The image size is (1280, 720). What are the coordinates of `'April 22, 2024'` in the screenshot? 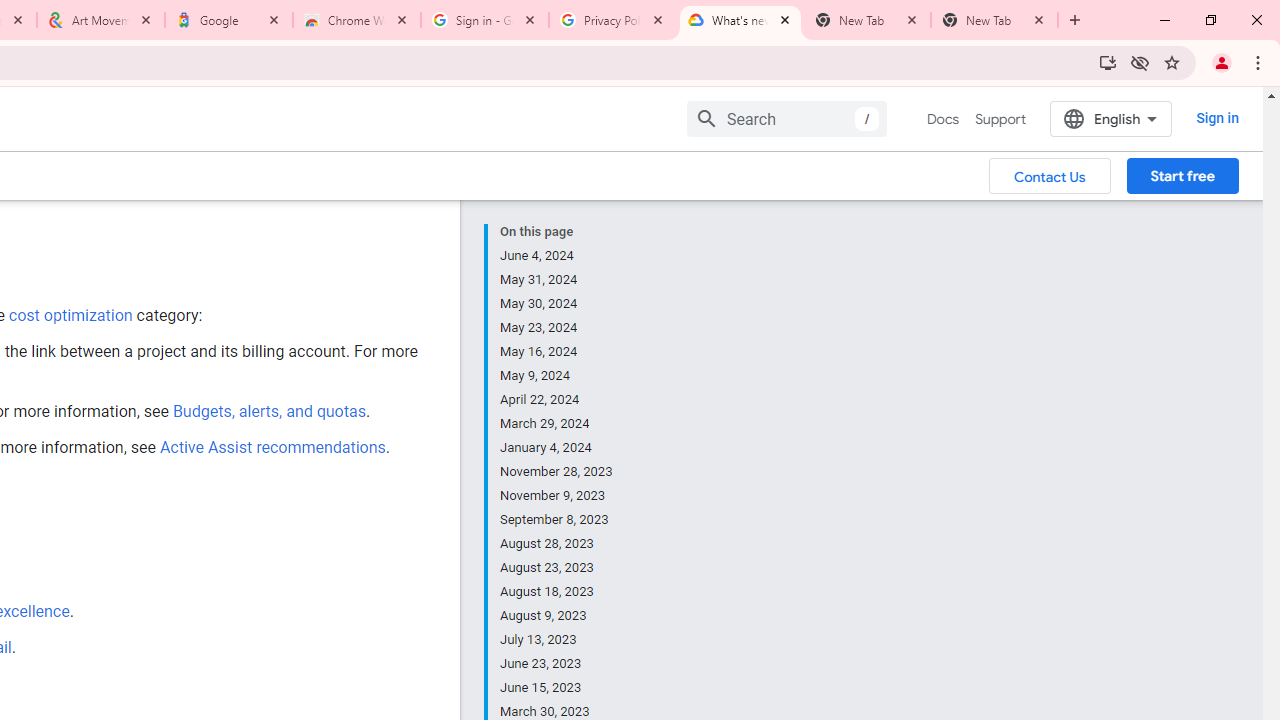 It's located at (557, 399).